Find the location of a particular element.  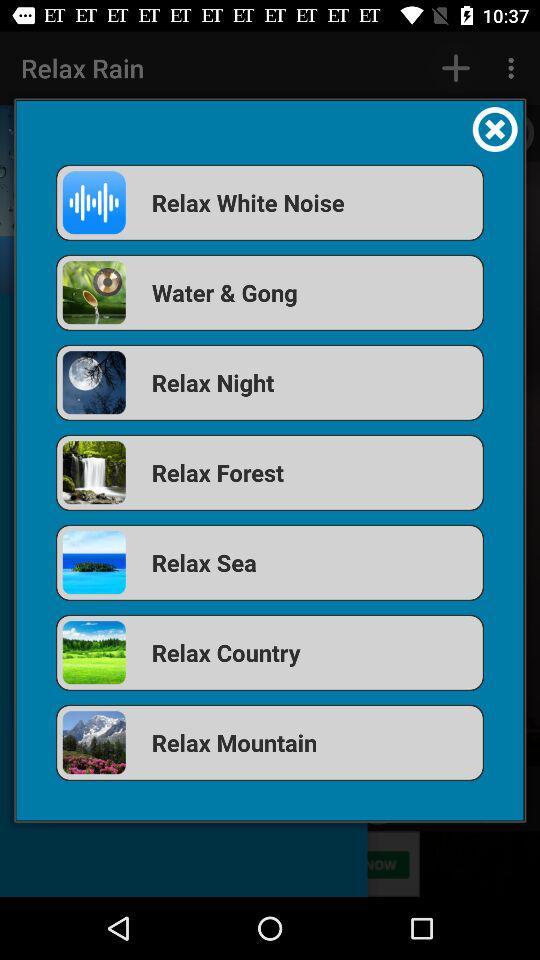

item above the relax mountain is located at coordinates (270, 651).